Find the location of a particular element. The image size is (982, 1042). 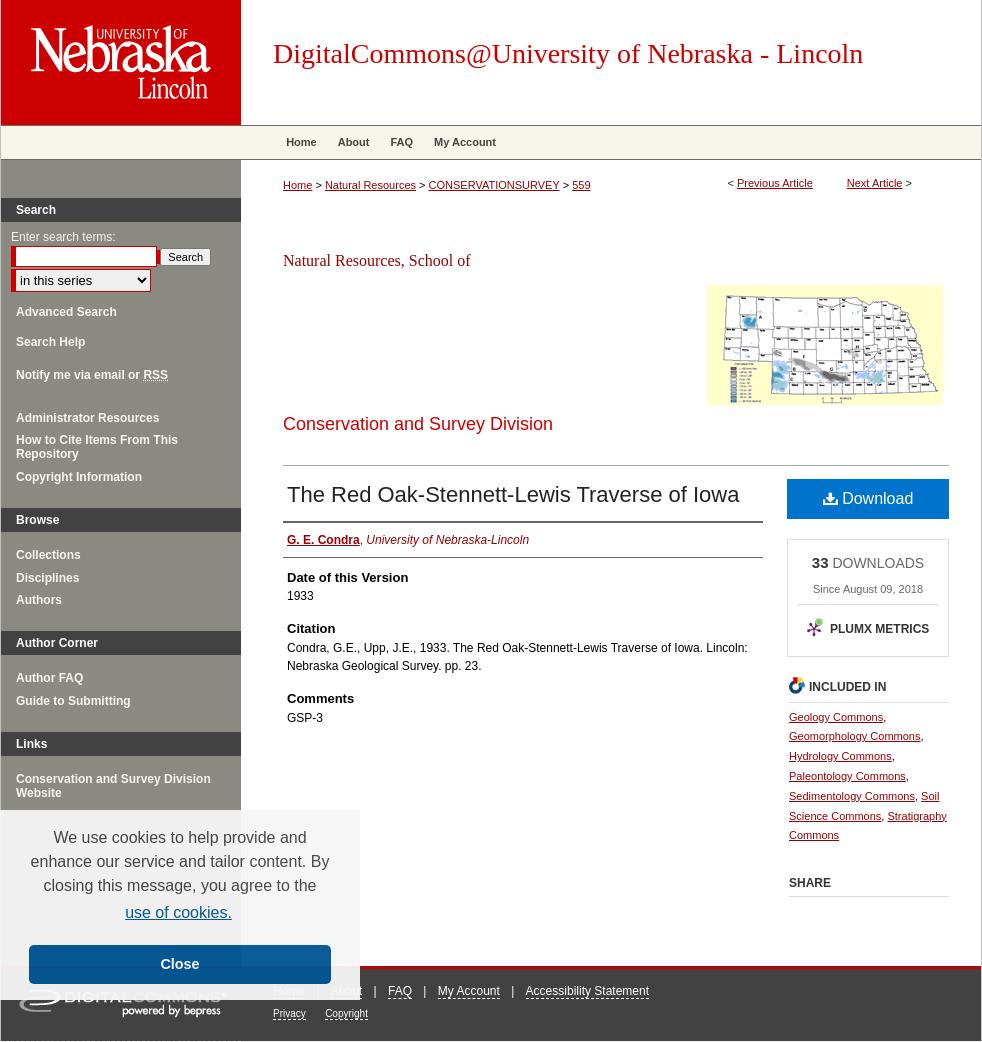

'DOWNLOADS' is located at coordinates (876, 560).